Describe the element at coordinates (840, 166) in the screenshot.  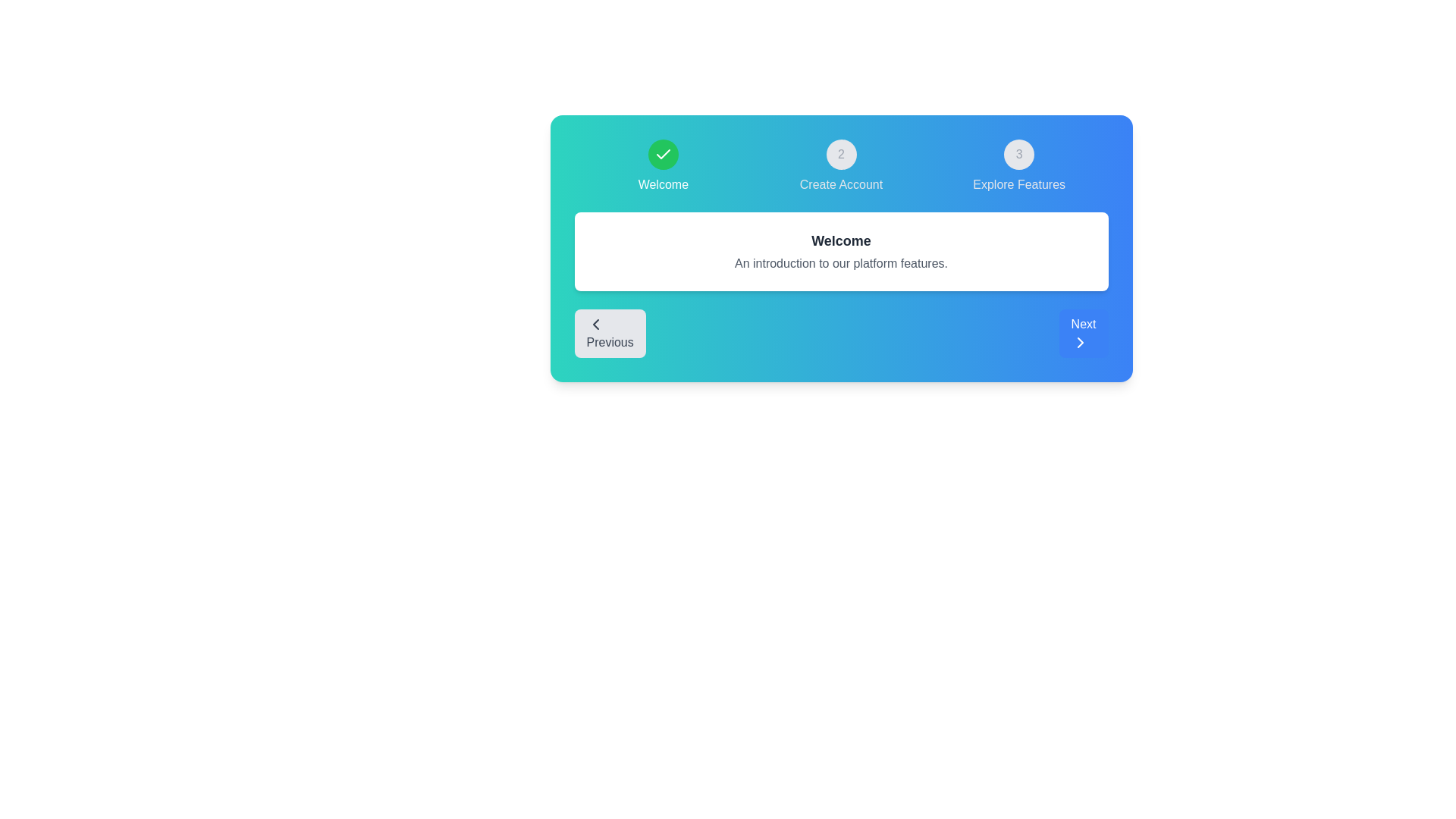
I see `the step indicator for Create Account` at that location.